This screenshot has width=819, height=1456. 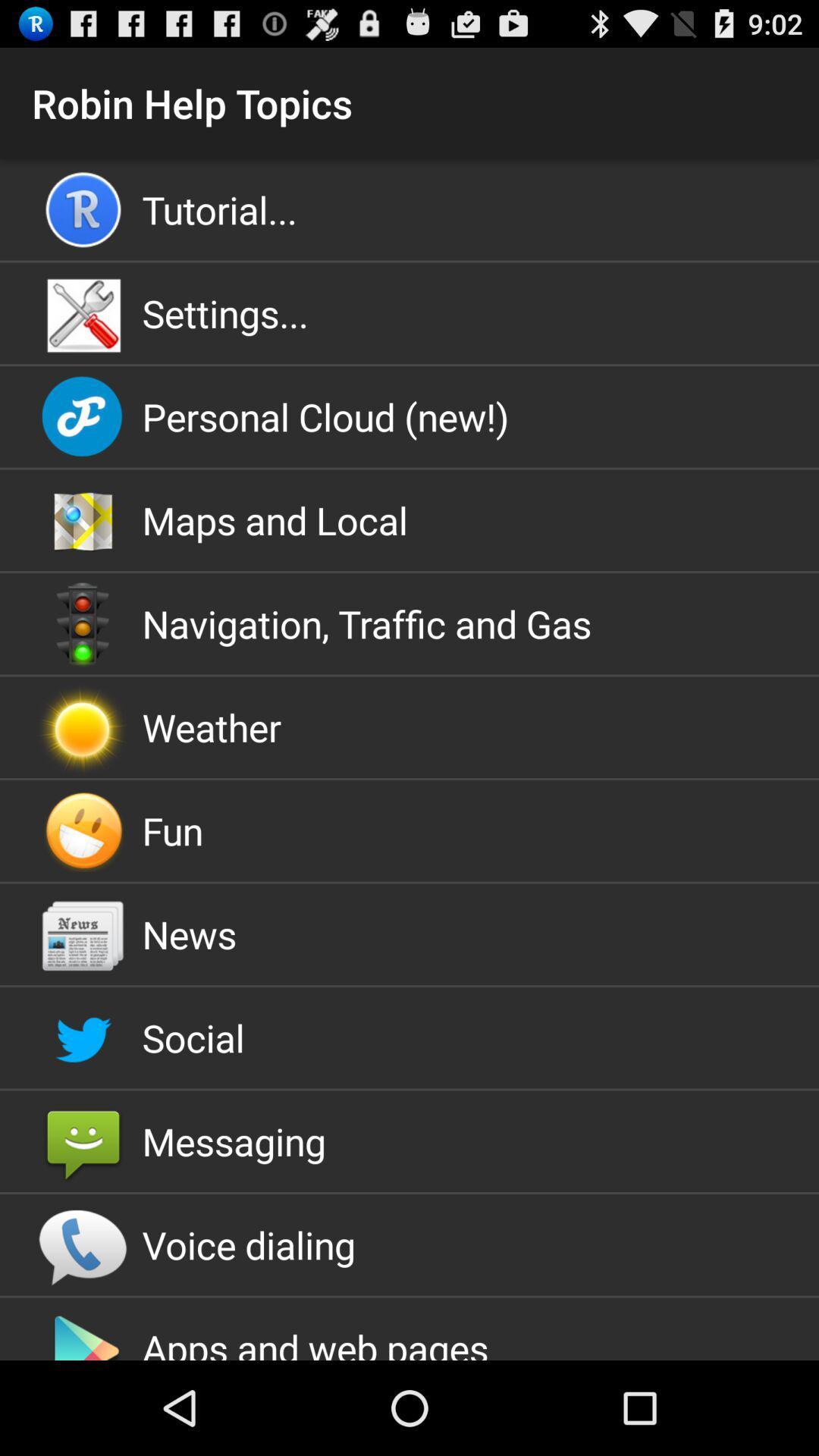 I want to click on the app below the  fun item, so click(x=409, y=934).